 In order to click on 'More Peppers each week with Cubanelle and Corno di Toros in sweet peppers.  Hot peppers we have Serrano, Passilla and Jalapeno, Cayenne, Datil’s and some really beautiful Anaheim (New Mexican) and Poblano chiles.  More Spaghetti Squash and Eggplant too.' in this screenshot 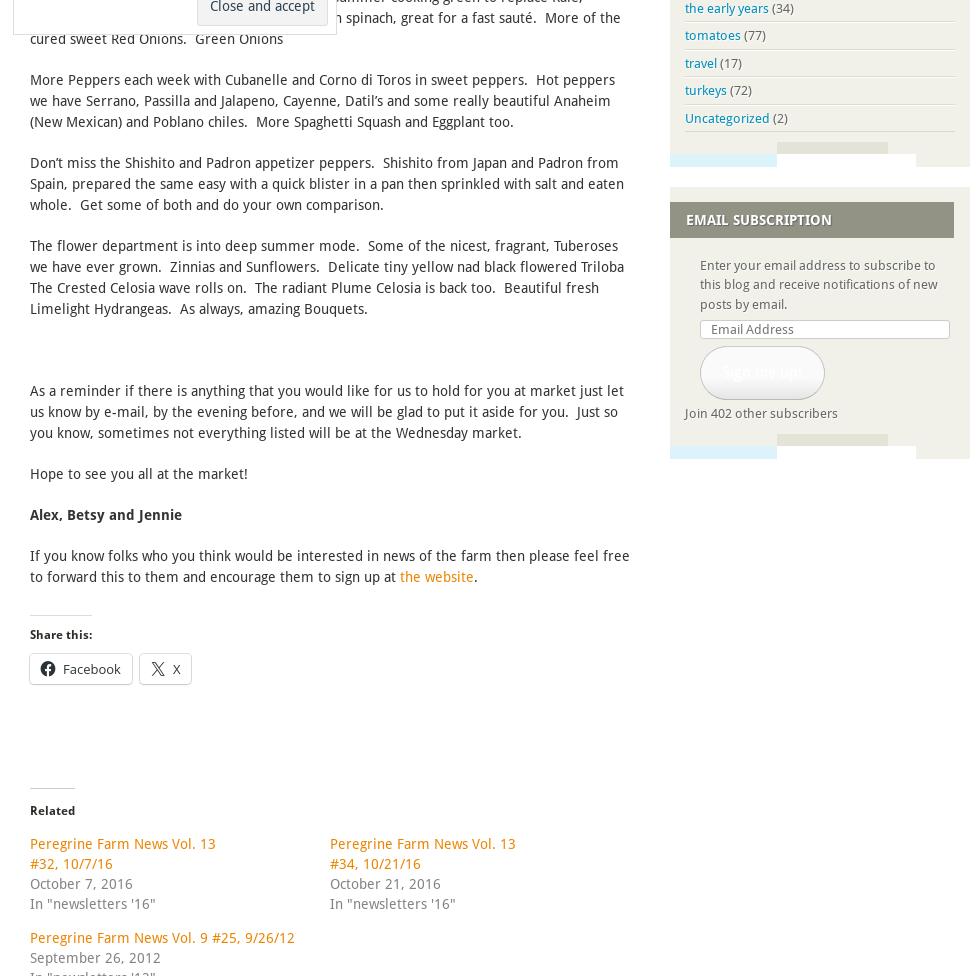, I will do `click(322, 100)`.